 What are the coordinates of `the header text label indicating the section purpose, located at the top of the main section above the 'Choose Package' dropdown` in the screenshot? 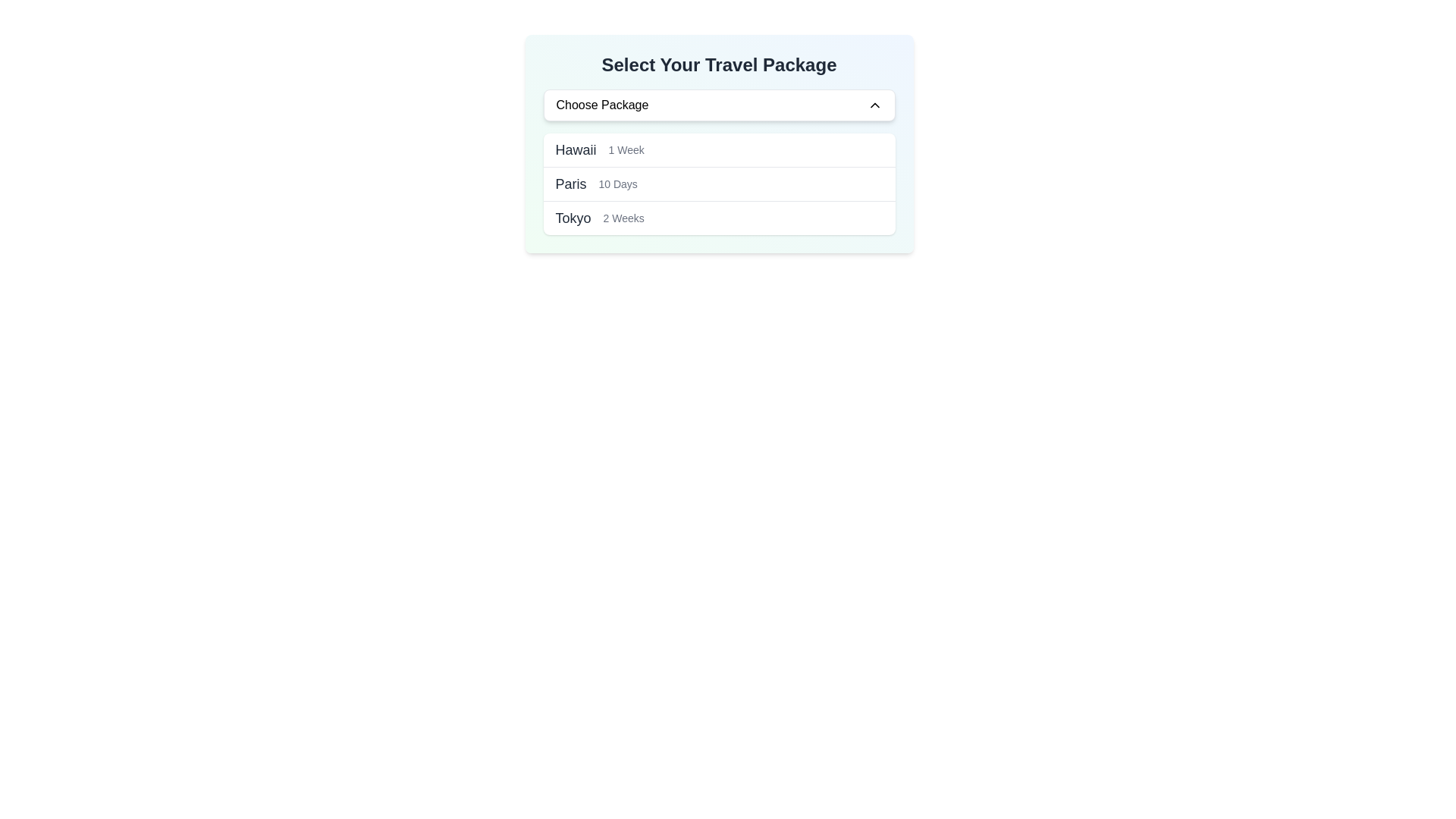 It's located at (718, 64).